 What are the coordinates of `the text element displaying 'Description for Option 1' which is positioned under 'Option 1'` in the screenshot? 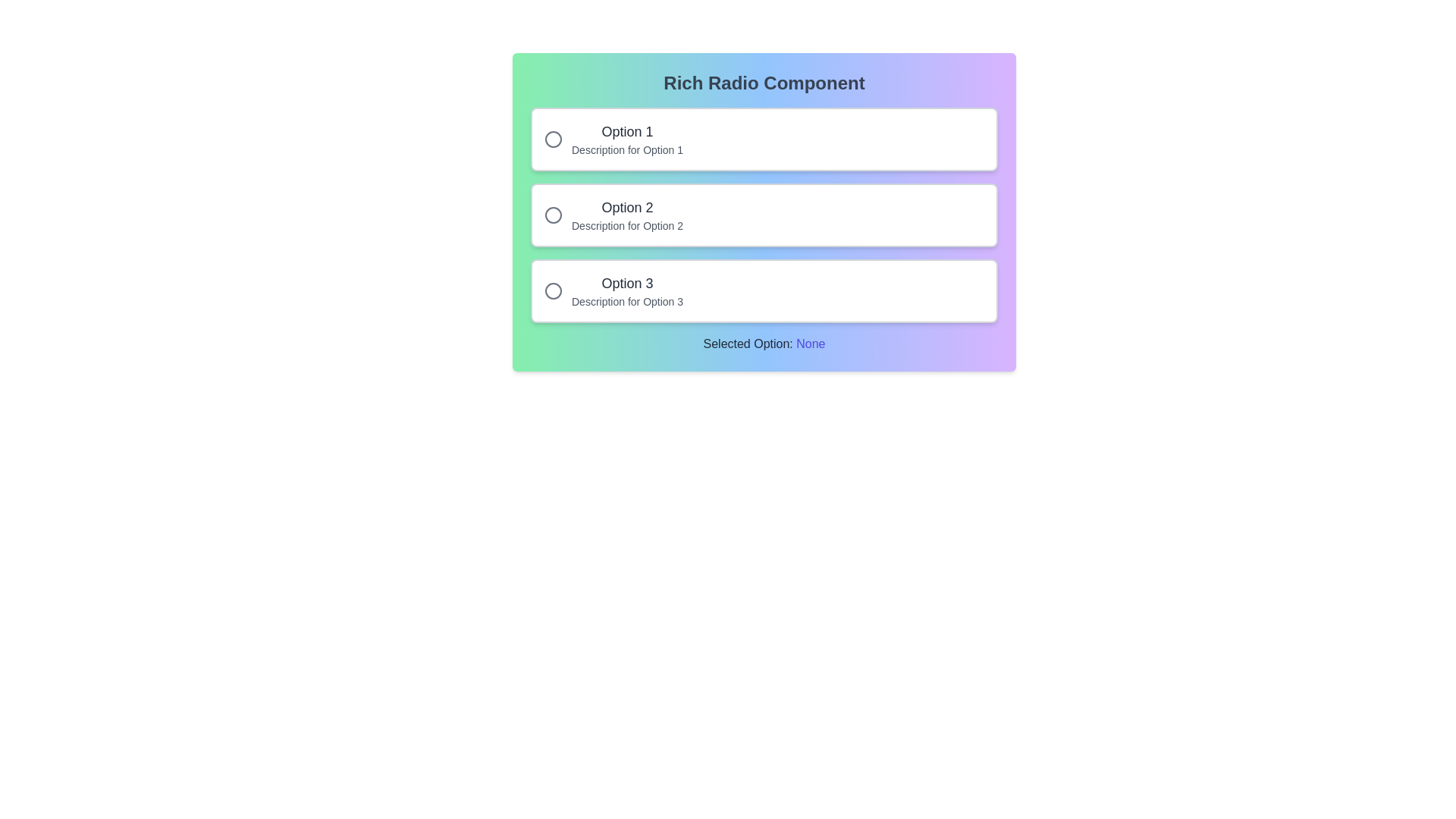 It's located at (627, 149).